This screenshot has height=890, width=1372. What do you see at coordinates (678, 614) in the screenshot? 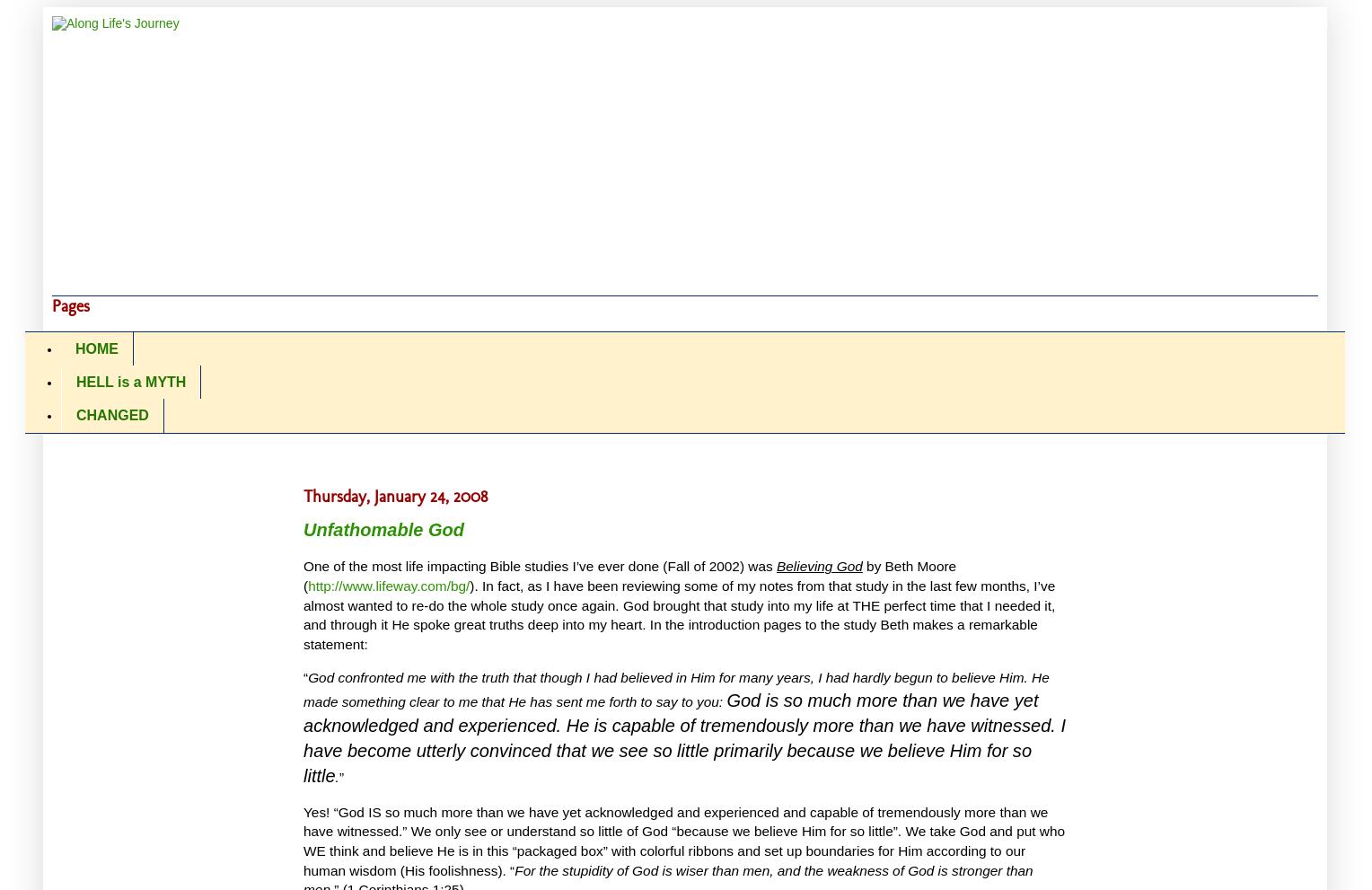
I see `'God brought that study into my life at THE perfect time that I needed it, and through it He spoke great truths deep into my heart.'` at bounding box center [678, 614].